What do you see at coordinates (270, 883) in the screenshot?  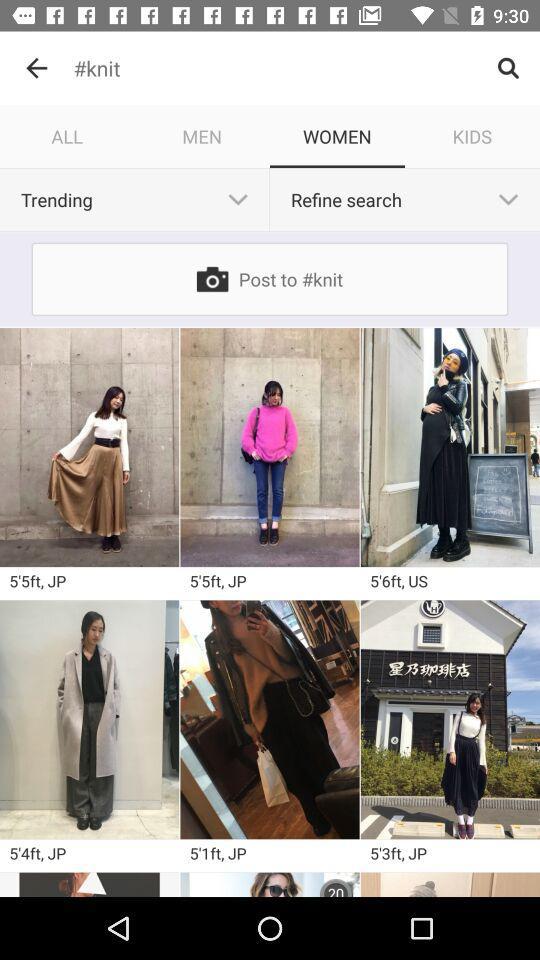 I see `image` at bounding box center [270, 883].